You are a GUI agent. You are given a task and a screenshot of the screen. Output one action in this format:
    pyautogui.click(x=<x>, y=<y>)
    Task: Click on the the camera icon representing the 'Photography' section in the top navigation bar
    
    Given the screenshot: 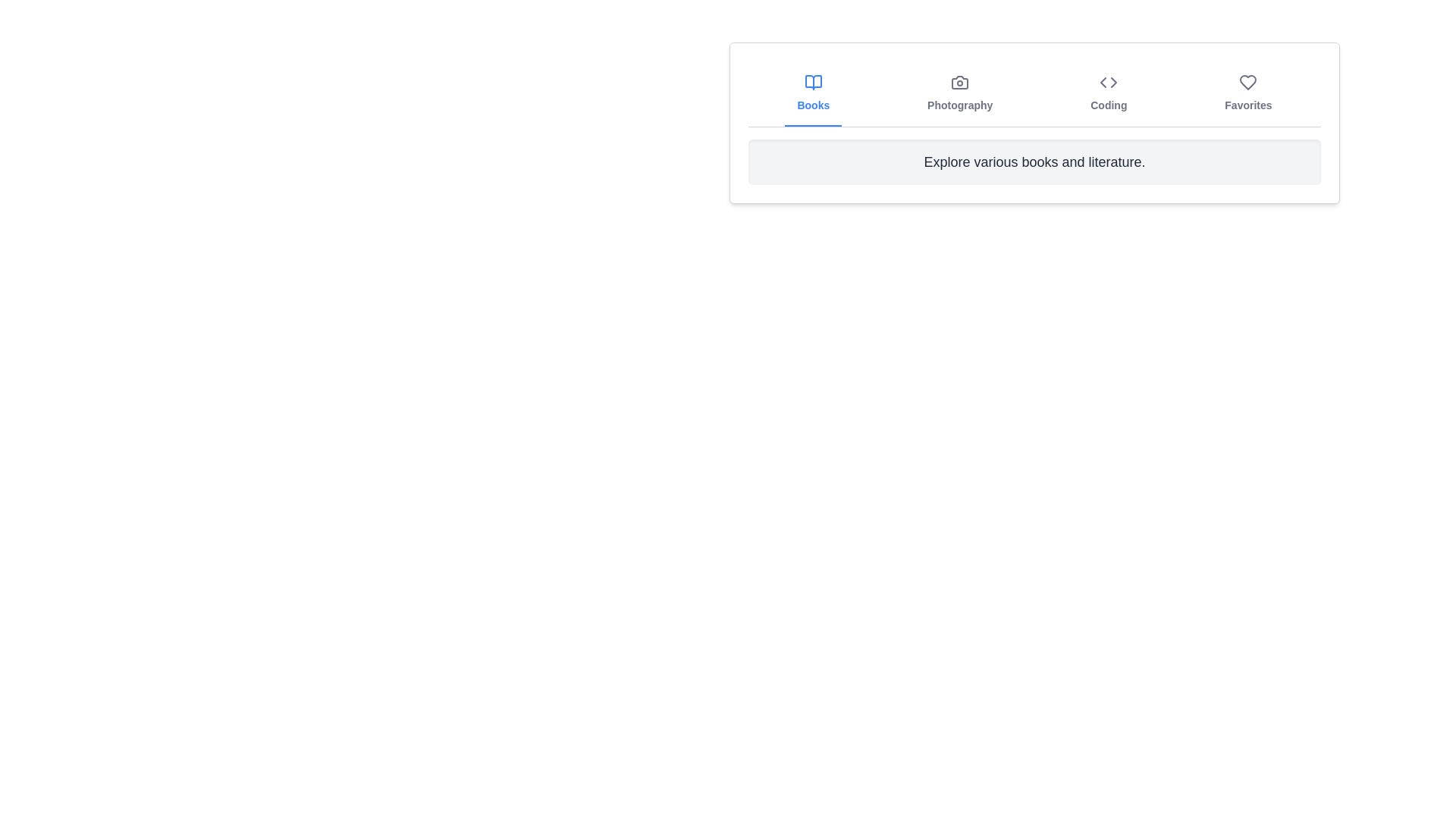 What is the action you would take?
    pyautogui.click(x=959, y=82)
    